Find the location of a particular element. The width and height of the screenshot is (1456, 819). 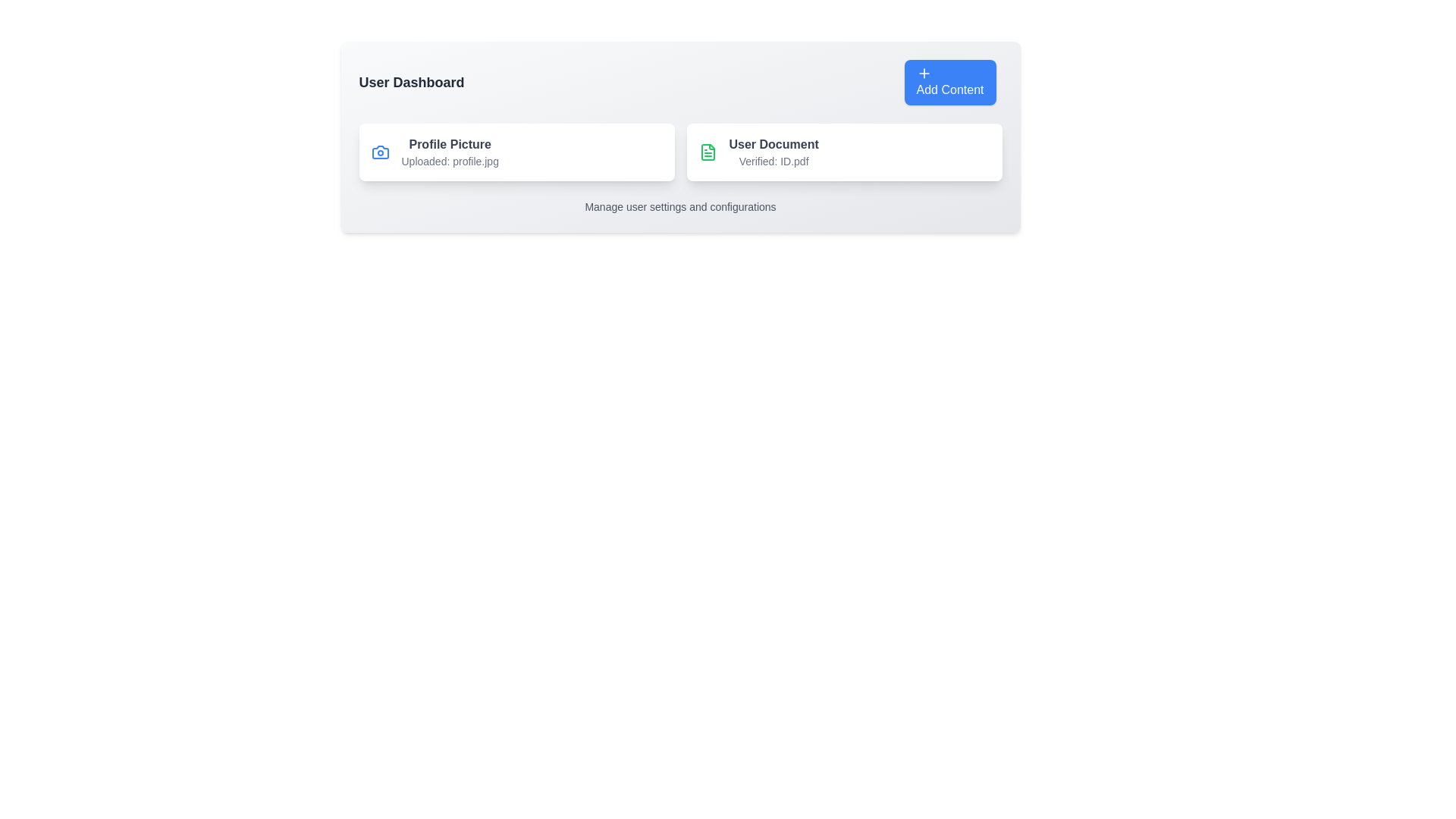

the camera icon representing the photo functionality located in the left section of the 'Profile Picture' card on the user dashboard, adjacent to the text 'Uploaded: profile.jpg' is located at coordinates (380, 152).